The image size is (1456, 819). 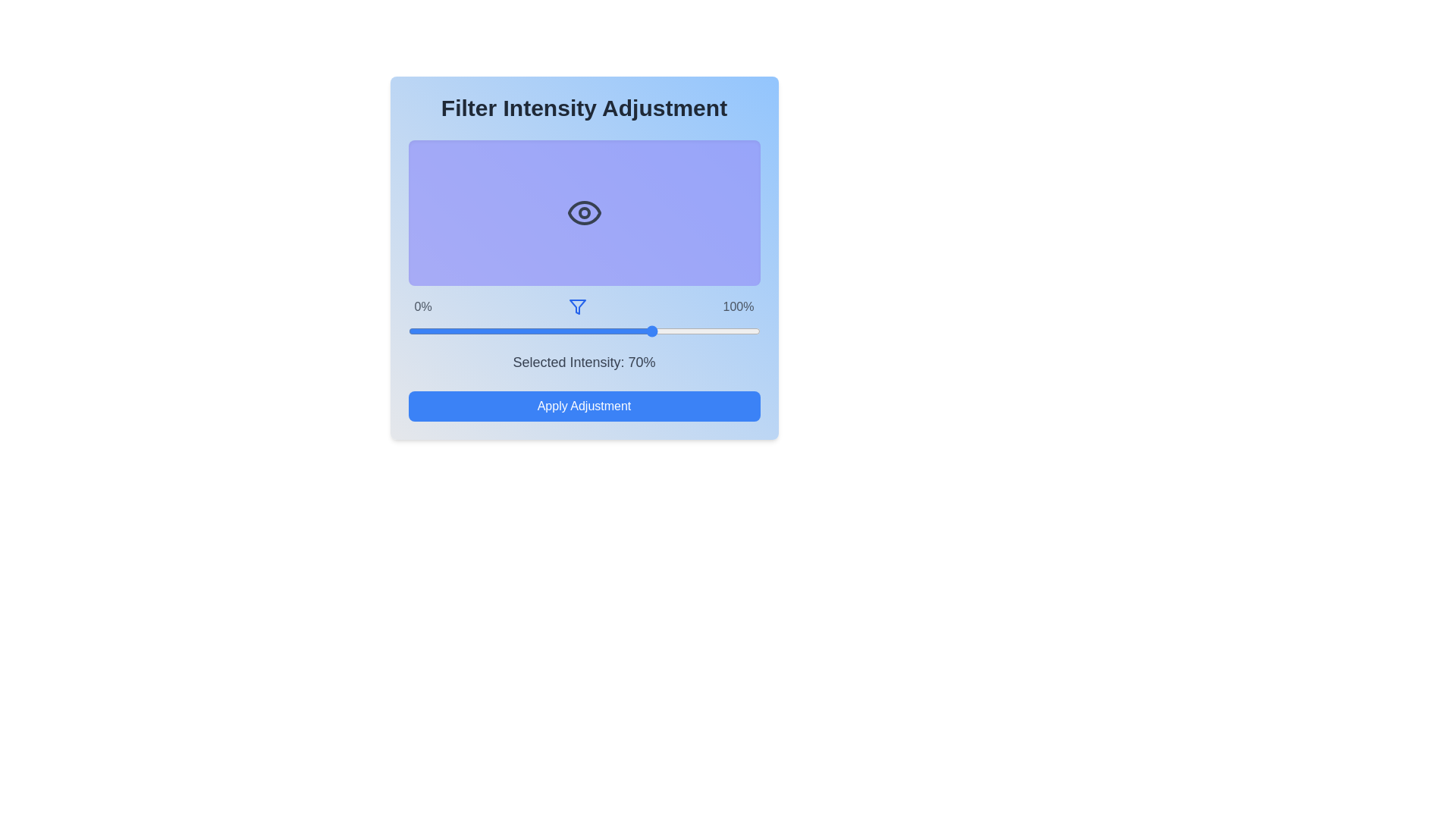 I want to click on the eye icon to interact with it, so click(x=583, y=213).